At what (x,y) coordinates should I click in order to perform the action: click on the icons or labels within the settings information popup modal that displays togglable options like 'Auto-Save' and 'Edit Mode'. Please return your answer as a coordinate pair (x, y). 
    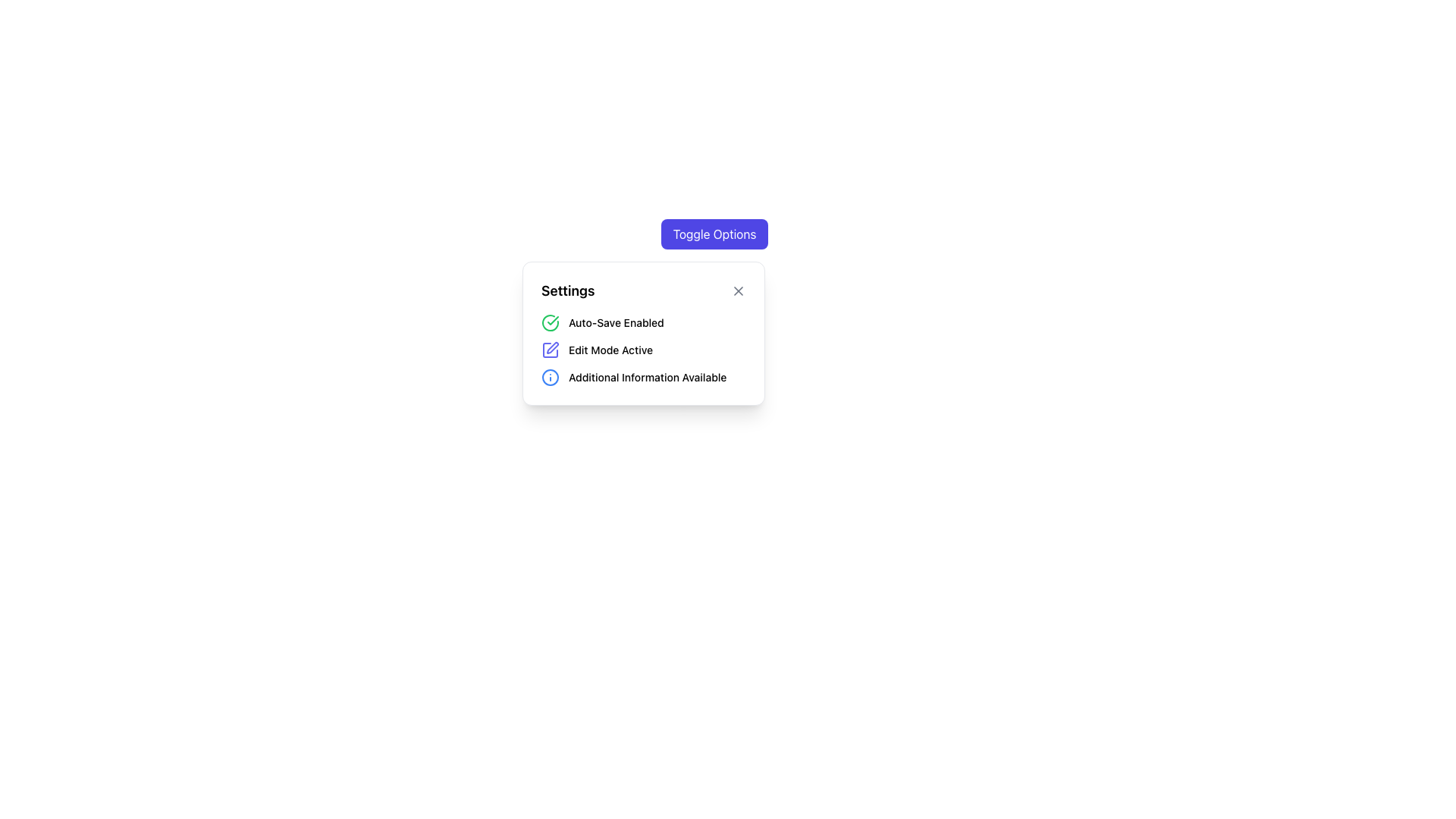
    Looking at the image, I should click on (714, 335).